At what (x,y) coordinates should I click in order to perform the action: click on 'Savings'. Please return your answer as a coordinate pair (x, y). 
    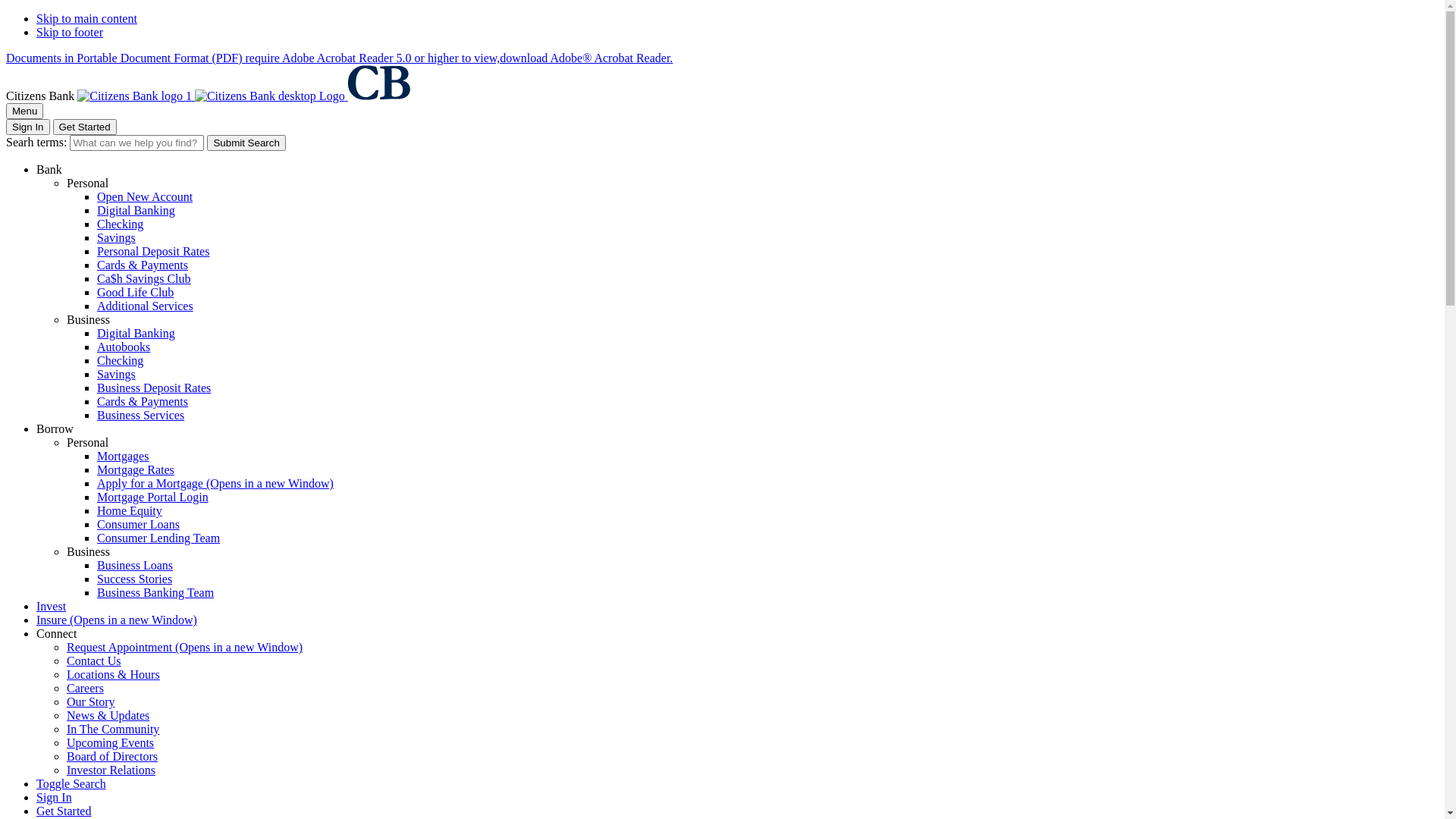
    Looking at the image, I should click on (115, 237).